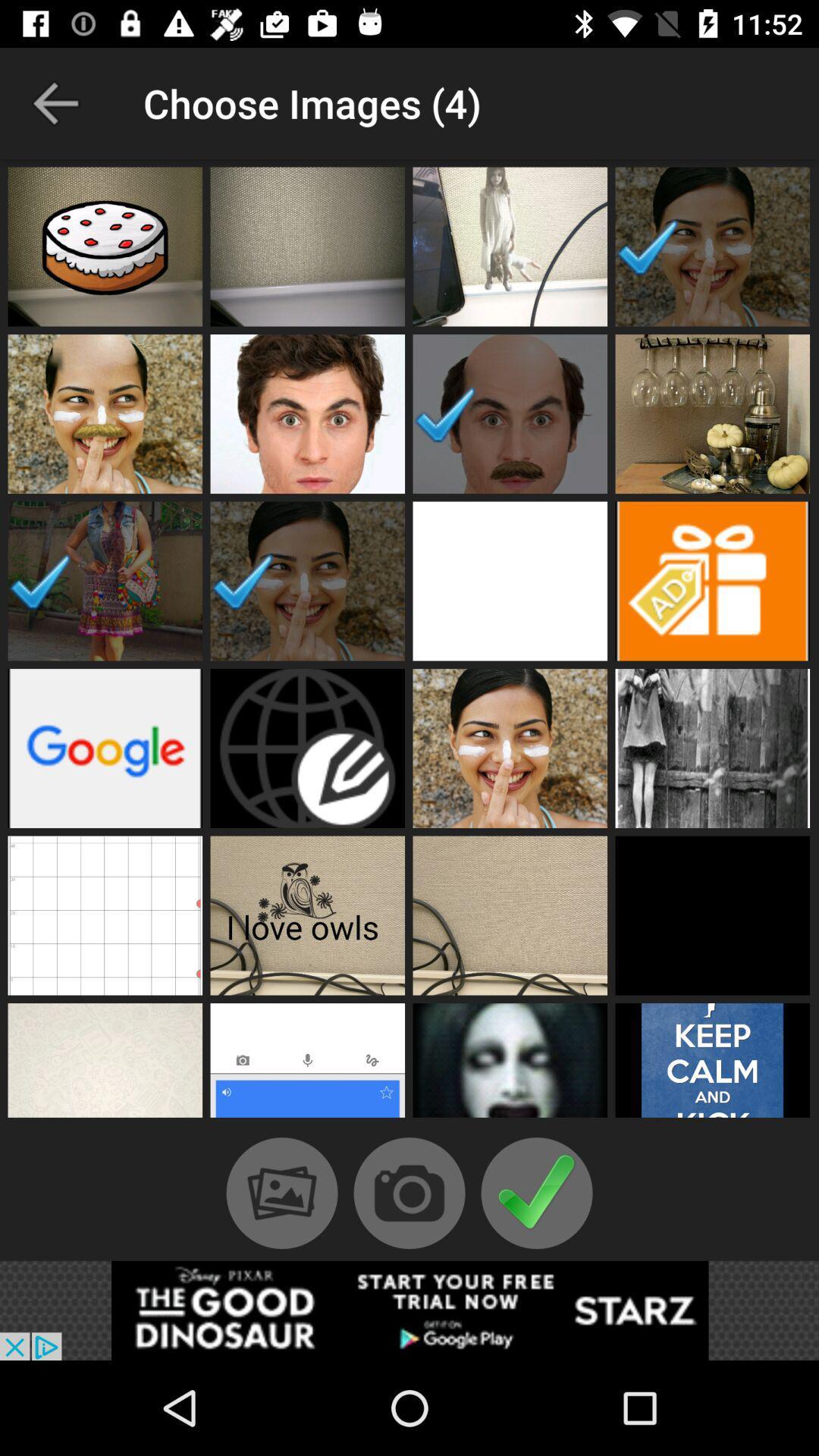 The width and height of the screenshot is (819, 1456). What do you see at coordinates (510, 247) in the screenshot?
I see `third option in first row` at bounding box center [510, 247].